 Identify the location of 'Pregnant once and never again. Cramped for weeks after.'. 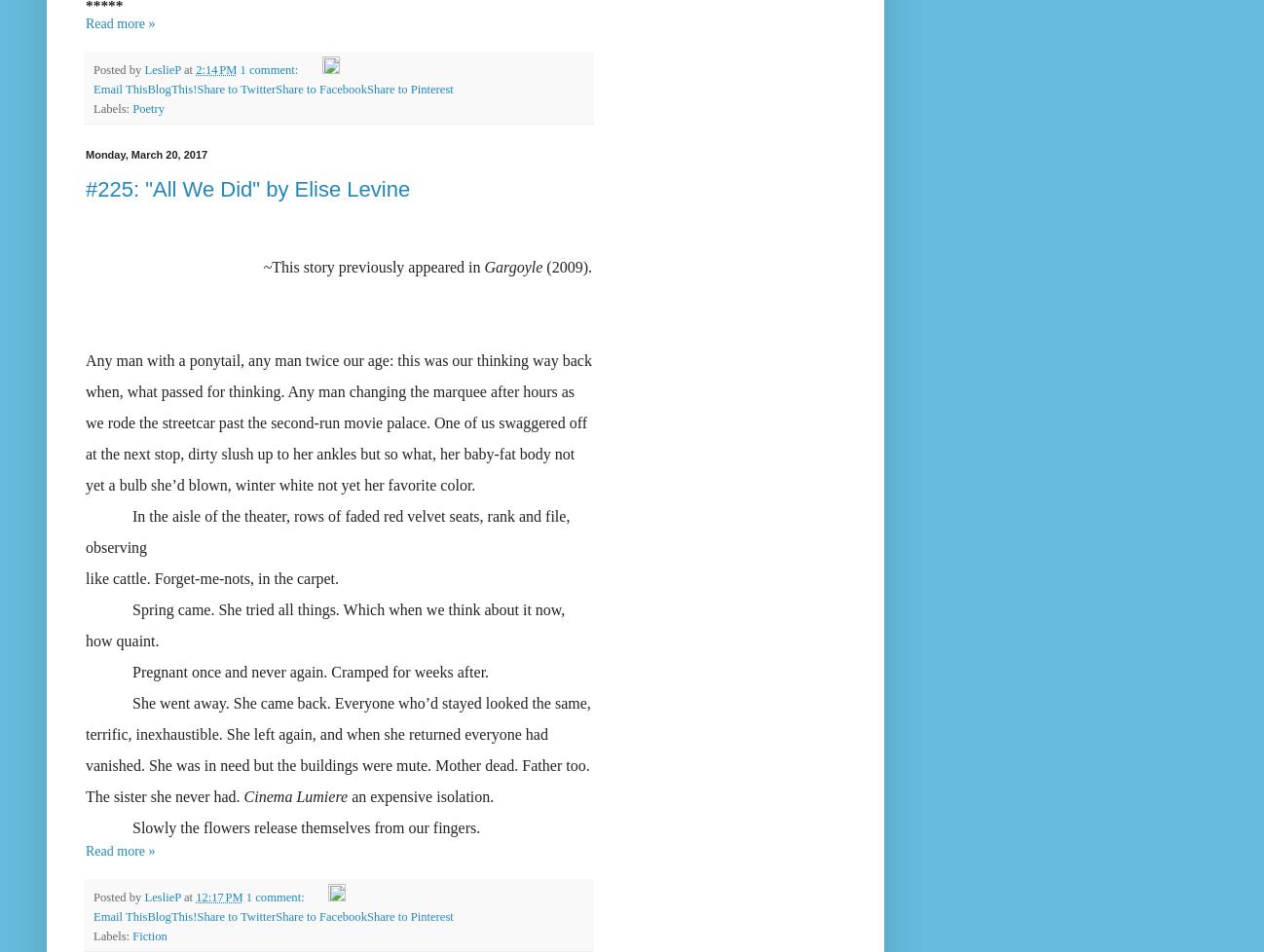
(286, 671).